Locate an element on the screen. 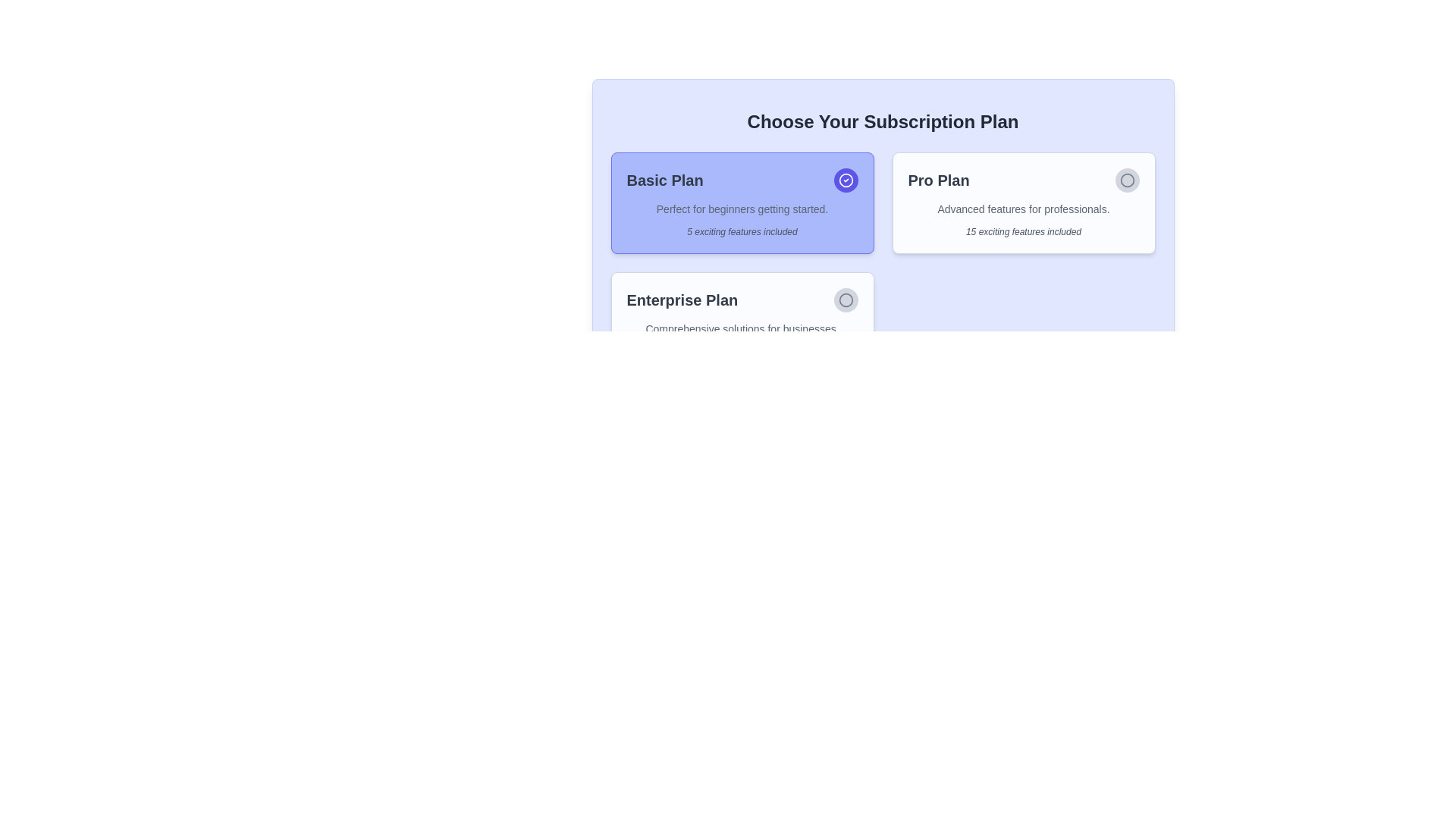  the text label reading '5 exciting features included', styled in a small italic font with gray color, located below the descriptive text of the Basic Plan card is located at coordinates (742, 231).